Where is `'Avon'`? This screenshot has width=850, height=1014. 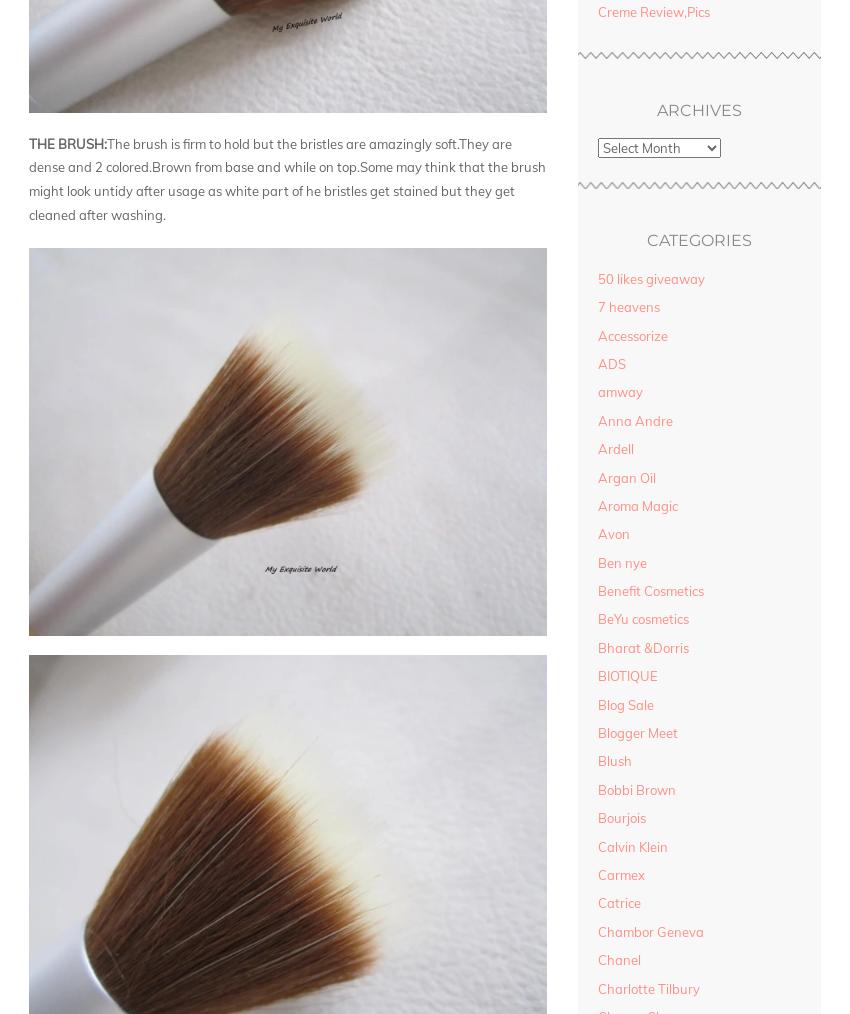 'Avon' is located at coordinates (596, 532).